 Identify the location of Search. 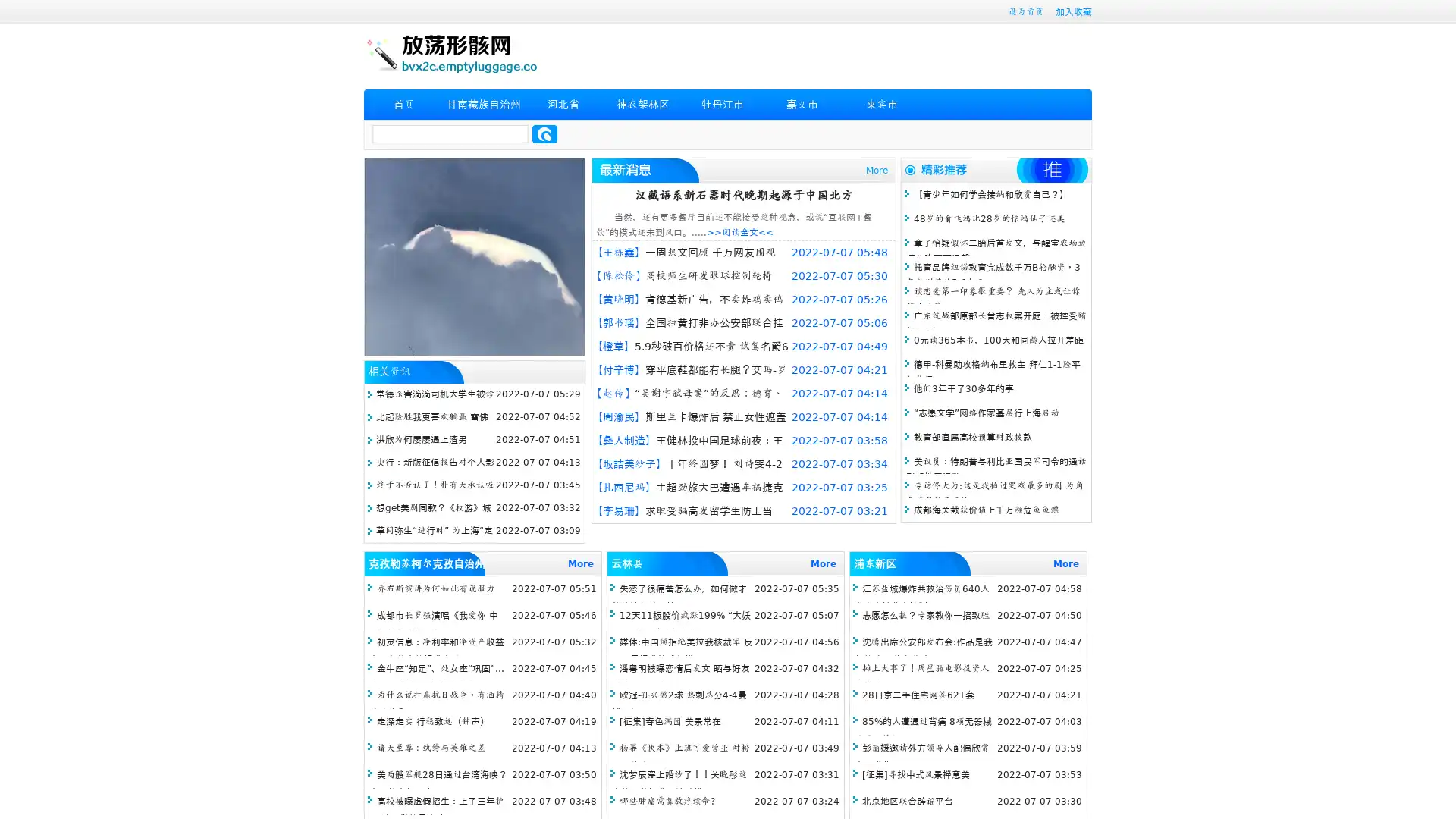
(544, 133).